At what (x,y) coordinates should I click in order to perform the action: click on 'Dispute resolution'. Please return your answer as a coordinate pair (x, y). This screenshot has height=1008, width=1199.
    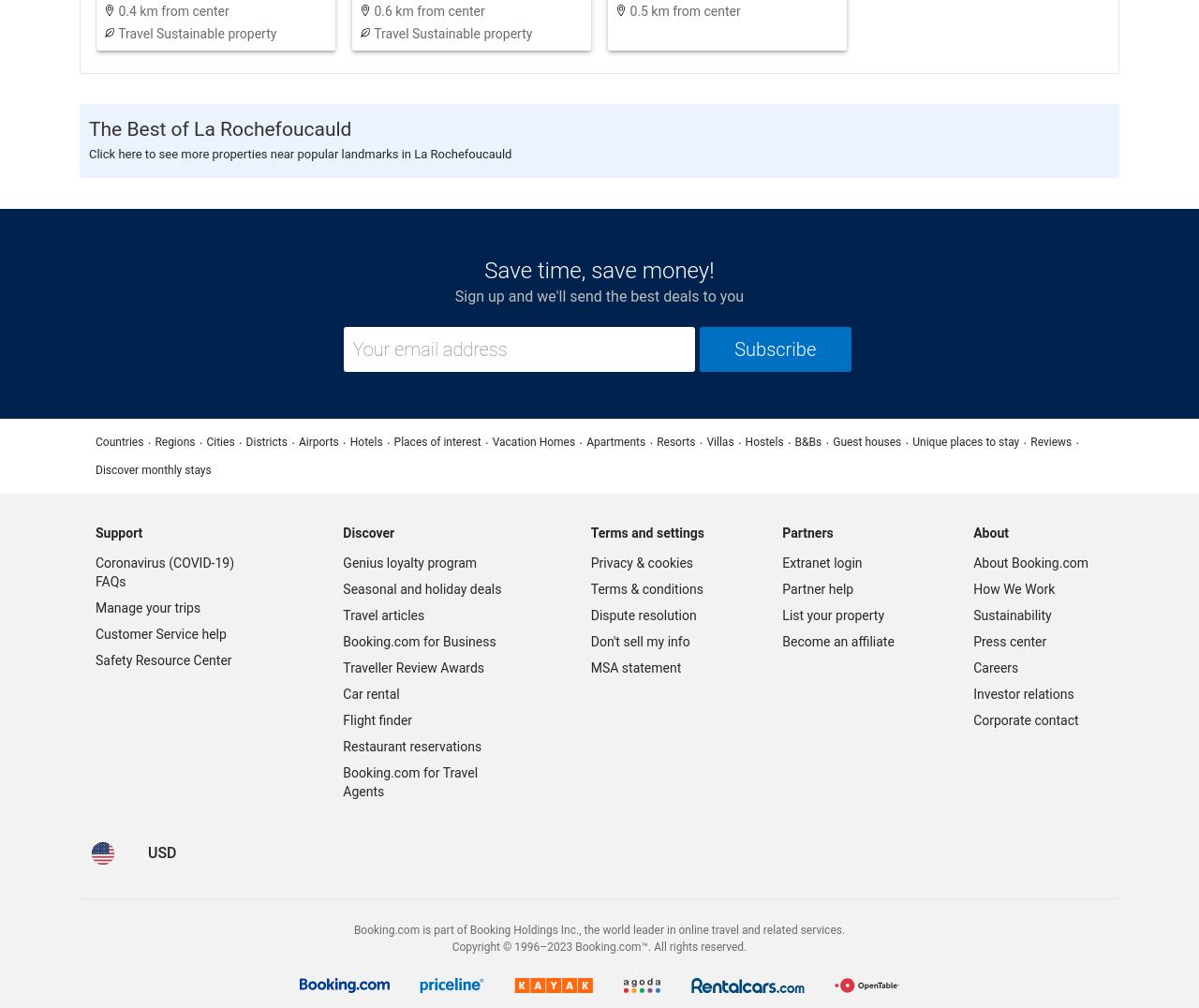
    Looking at the image, I should click on (643, 614).